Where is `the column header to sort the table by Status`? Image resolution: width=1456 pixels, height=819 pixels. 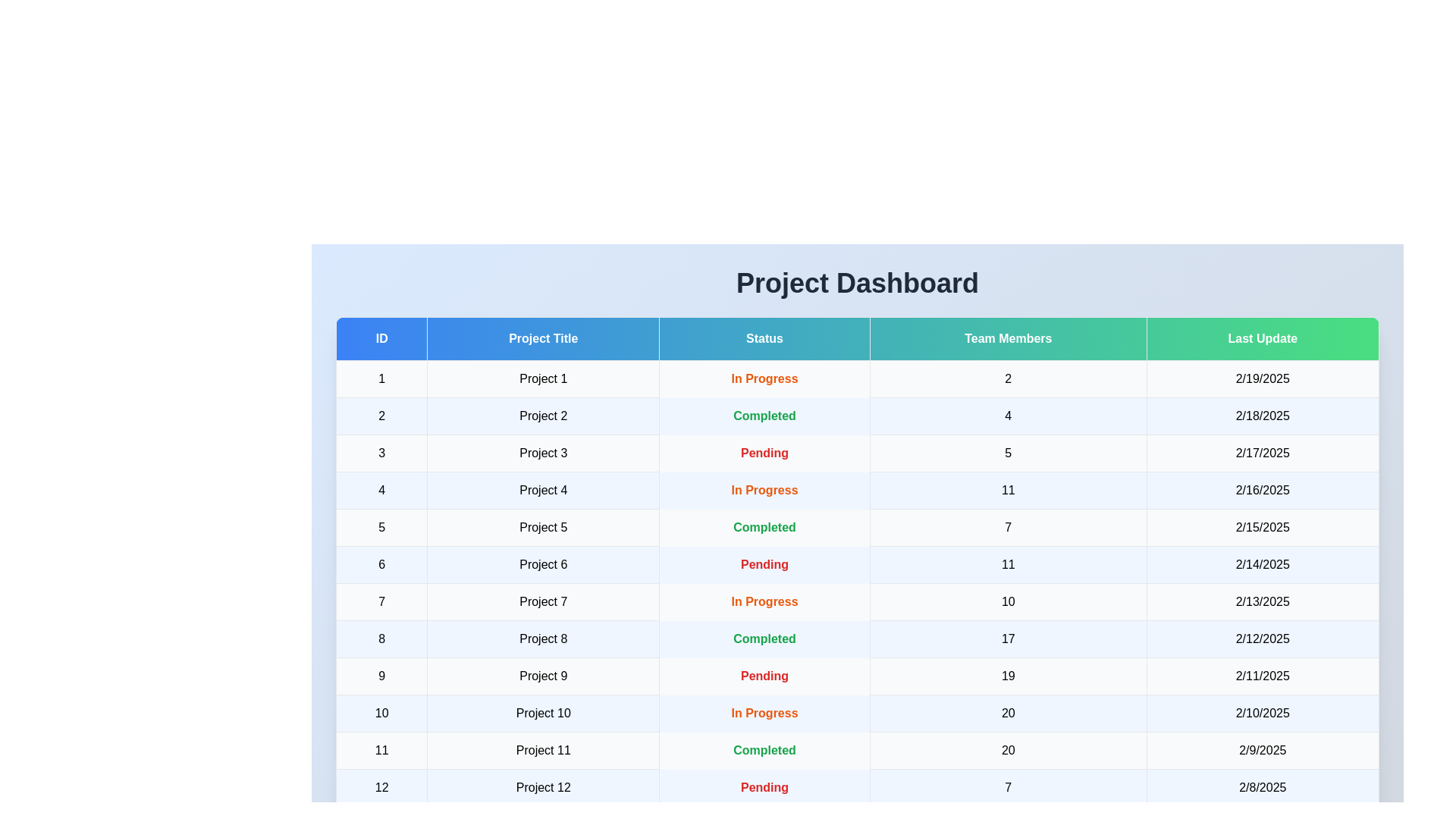
the column header to sort the table by Status is located at coordinates (764, 338).